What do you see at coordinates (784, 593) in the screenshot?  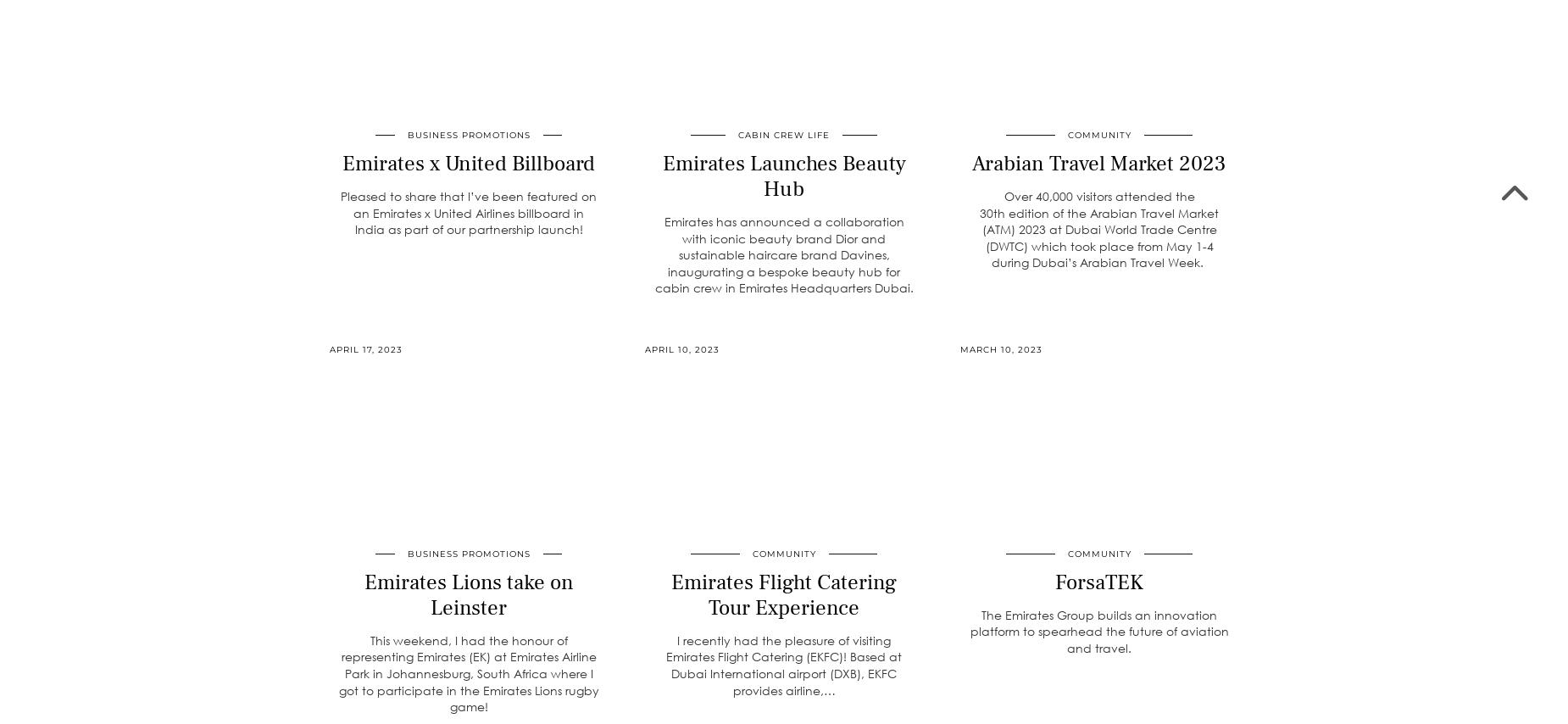 I see `'Emirates Flight Catering Tour Experience'` at bounding box center [784, 593].